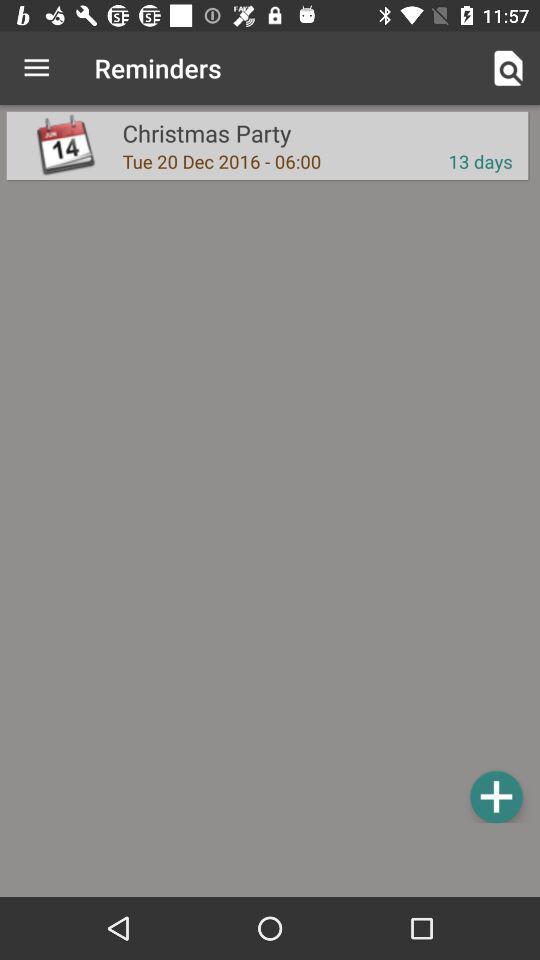 The image size is (540, 960). What do you see at coordinates (495, 796) in the screenshot?
I see `event` at bounding box center [495, 796].